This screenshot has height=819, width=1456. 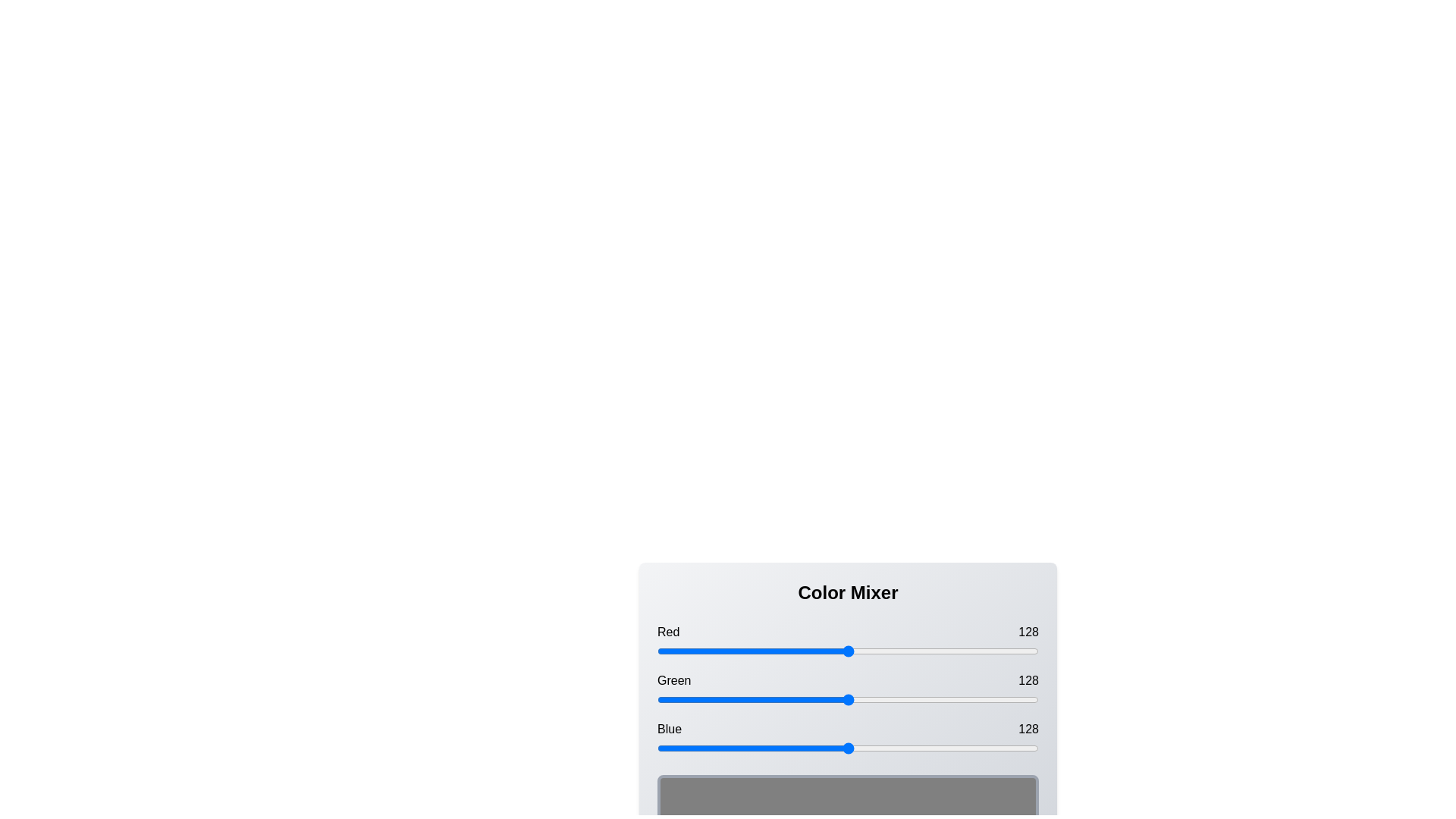 What do you see at coordinates (1028, 699) in the screenshot?
I see `the green slider to set its value to 248` at bounding box center [1028, 699].